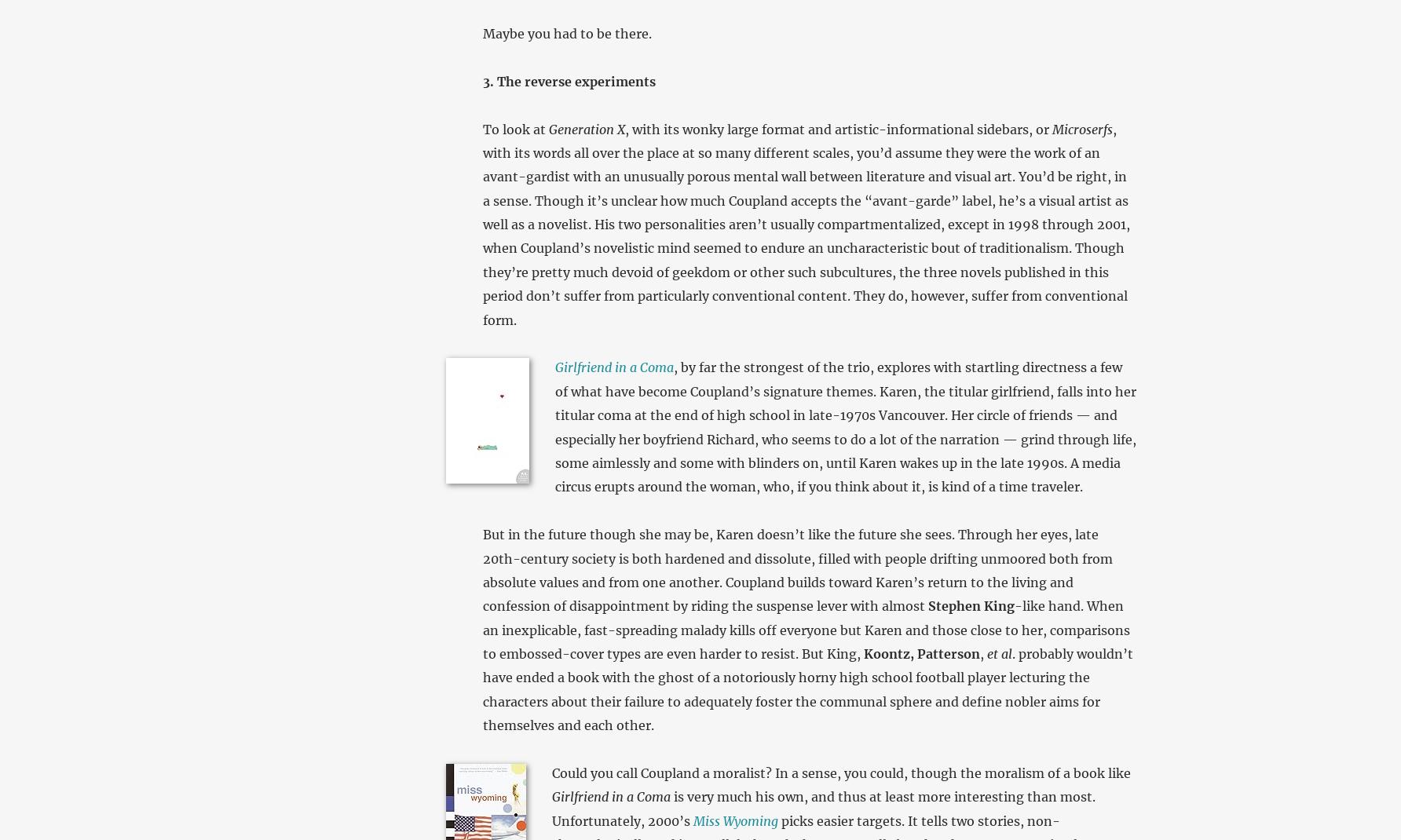 This screenshot has width=1401, height=840. I want to click on 'Miss Wyoming', so click(735, 820).